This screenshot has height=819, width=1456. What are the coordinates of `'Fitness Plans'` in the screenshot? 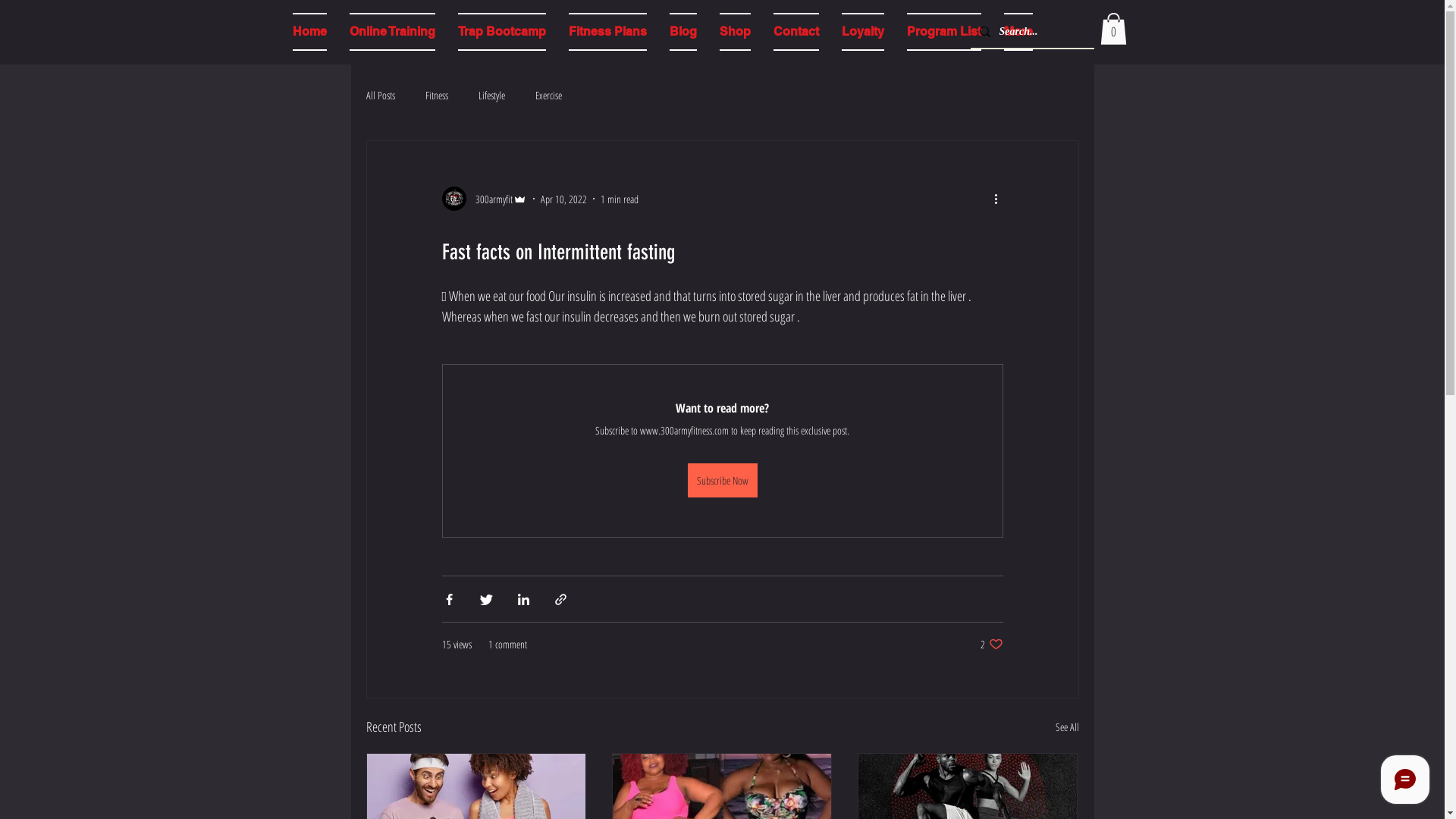 It's located at (607, 32).